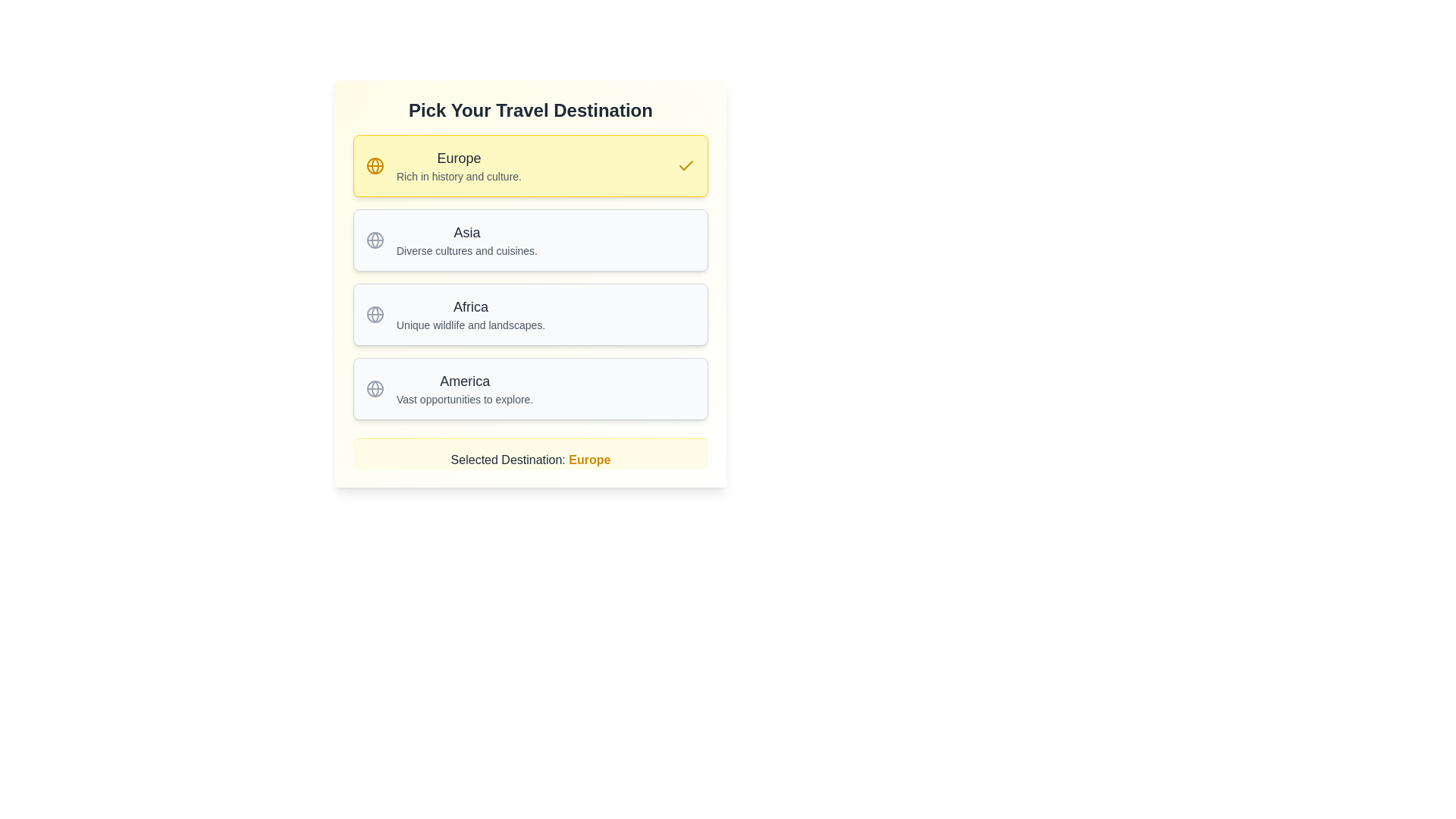  I want to click on the informative text content displaying 'Asia' and 'Diverse cultures and cuisines', which is the second option in a vertical stack of four blocks, so click(466, 239).